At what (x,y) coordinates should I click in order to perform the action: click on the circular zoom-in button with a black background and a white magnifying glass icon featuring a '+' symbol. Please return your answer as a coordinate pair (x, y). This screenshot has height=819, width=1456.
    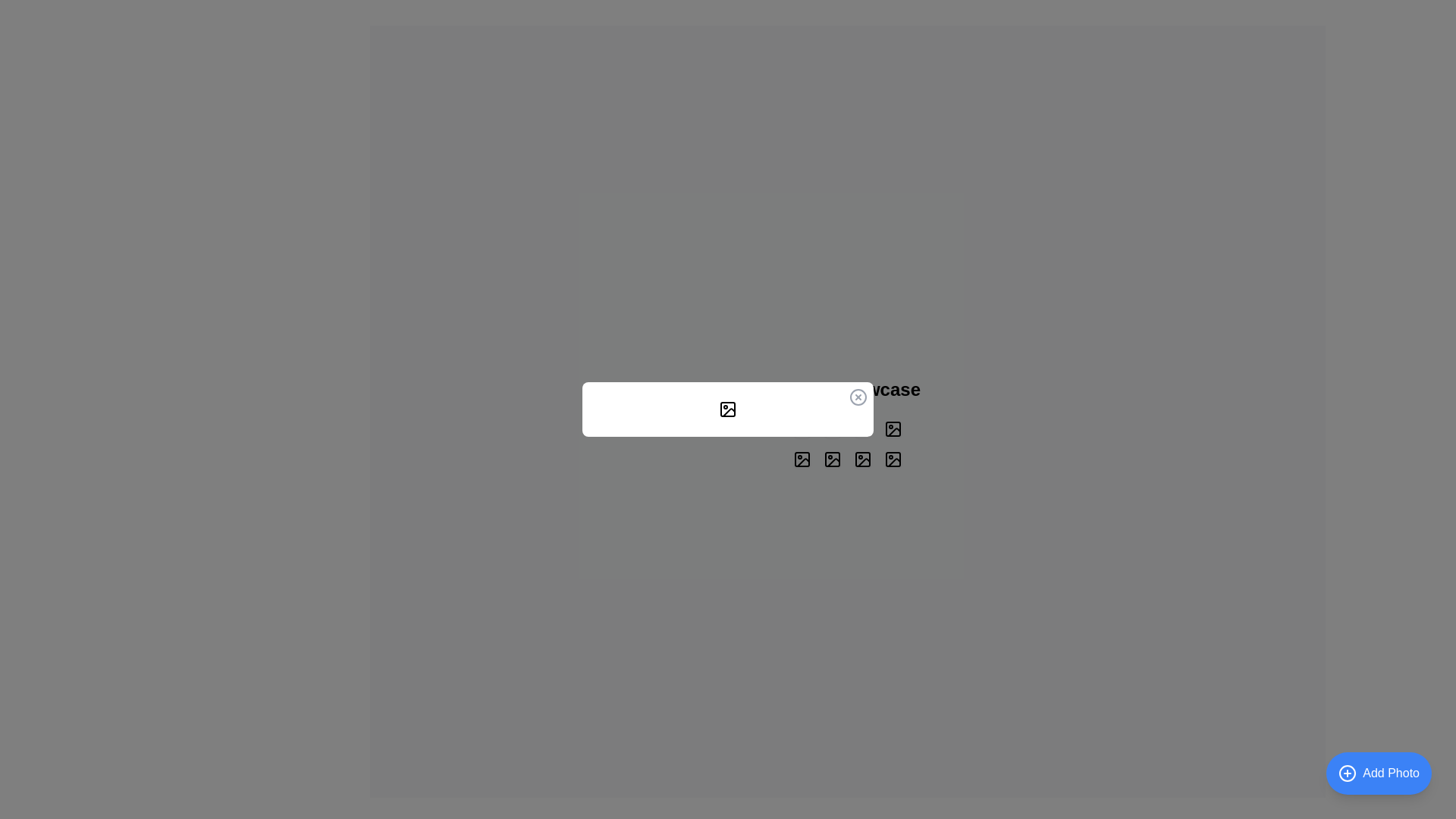
    Looking at the image, I should click on (893, 458).